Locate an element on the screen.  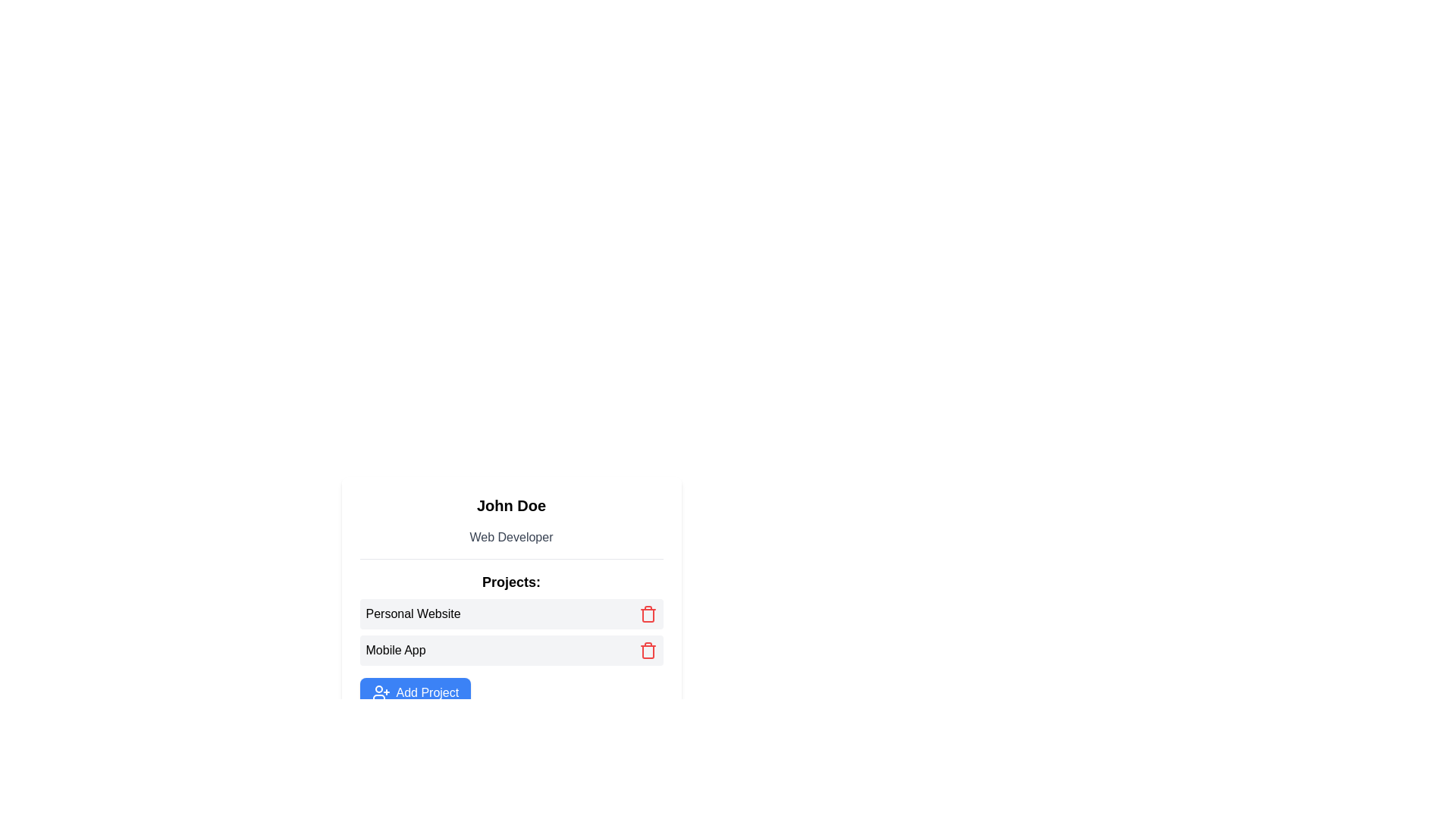
the second clickable list item labeled 'Mobile App' in the user's project list is located at coordinates (511, 649).